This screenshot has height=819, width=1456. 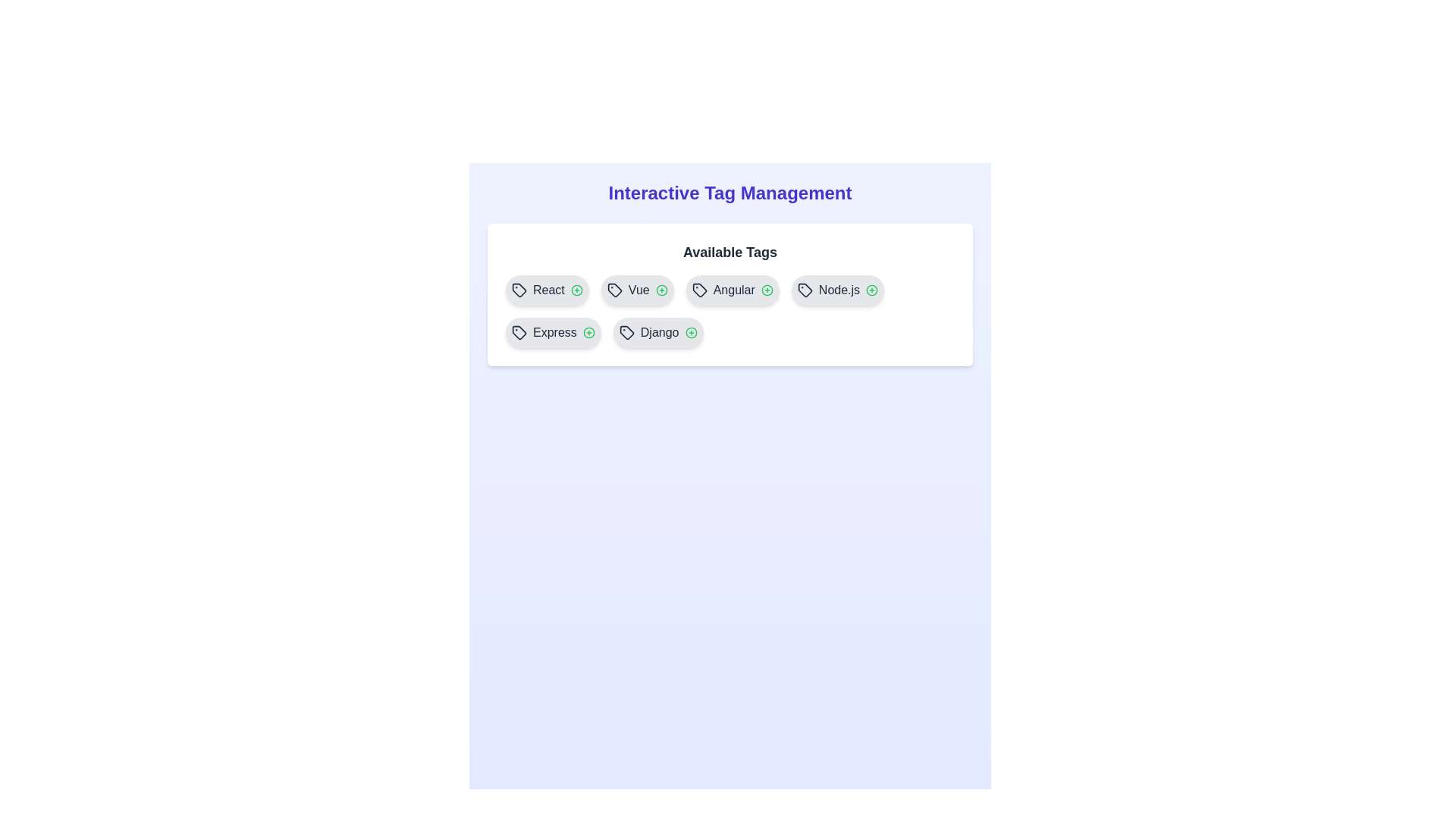 I want to click on the visual representation of the tag-shaped icon located immediately to the left of the 'Node.js' label in the 'Available Tags' section, so click(x=804, y=290).